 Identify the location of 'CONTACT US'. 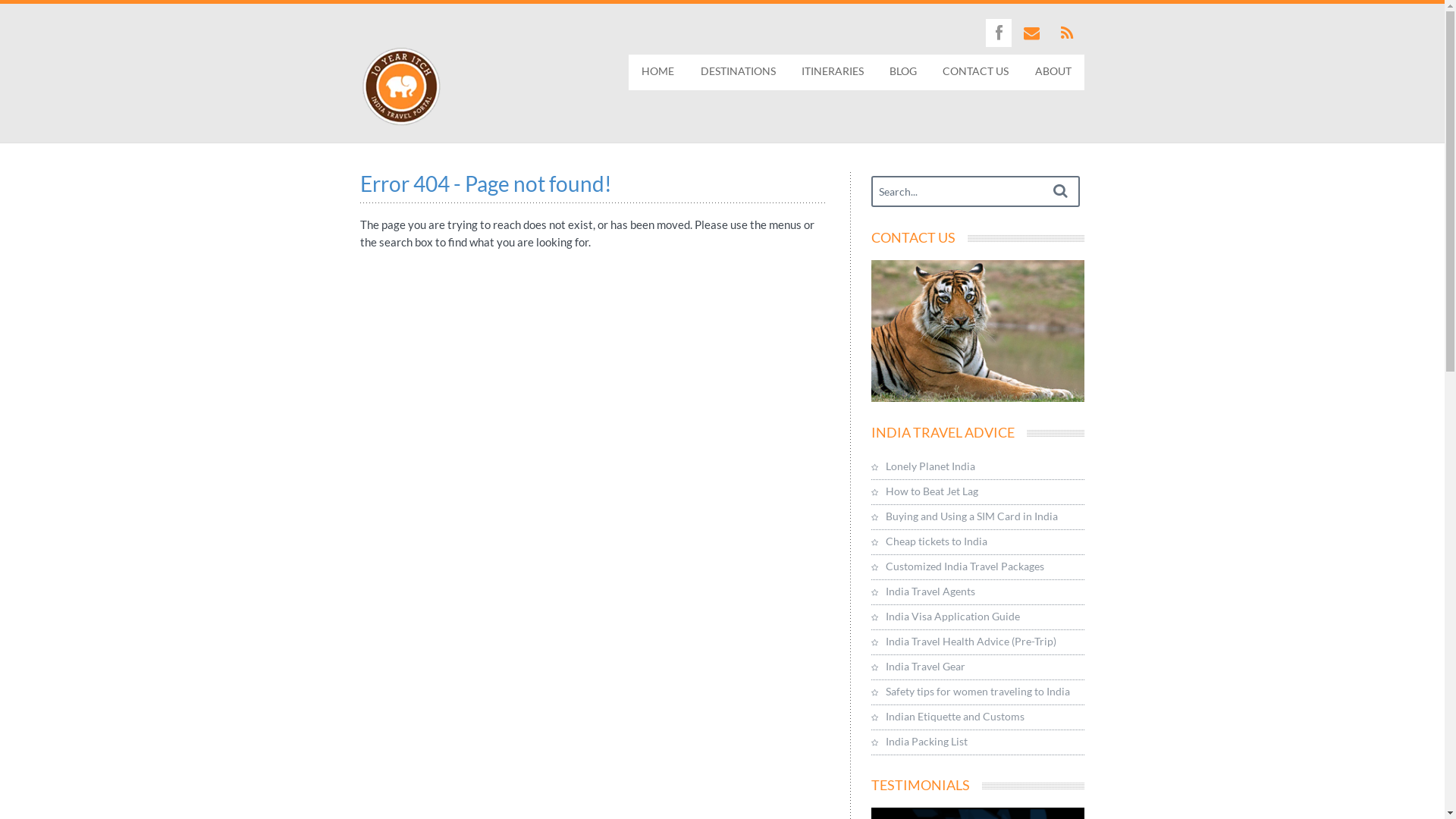
(975, 72).